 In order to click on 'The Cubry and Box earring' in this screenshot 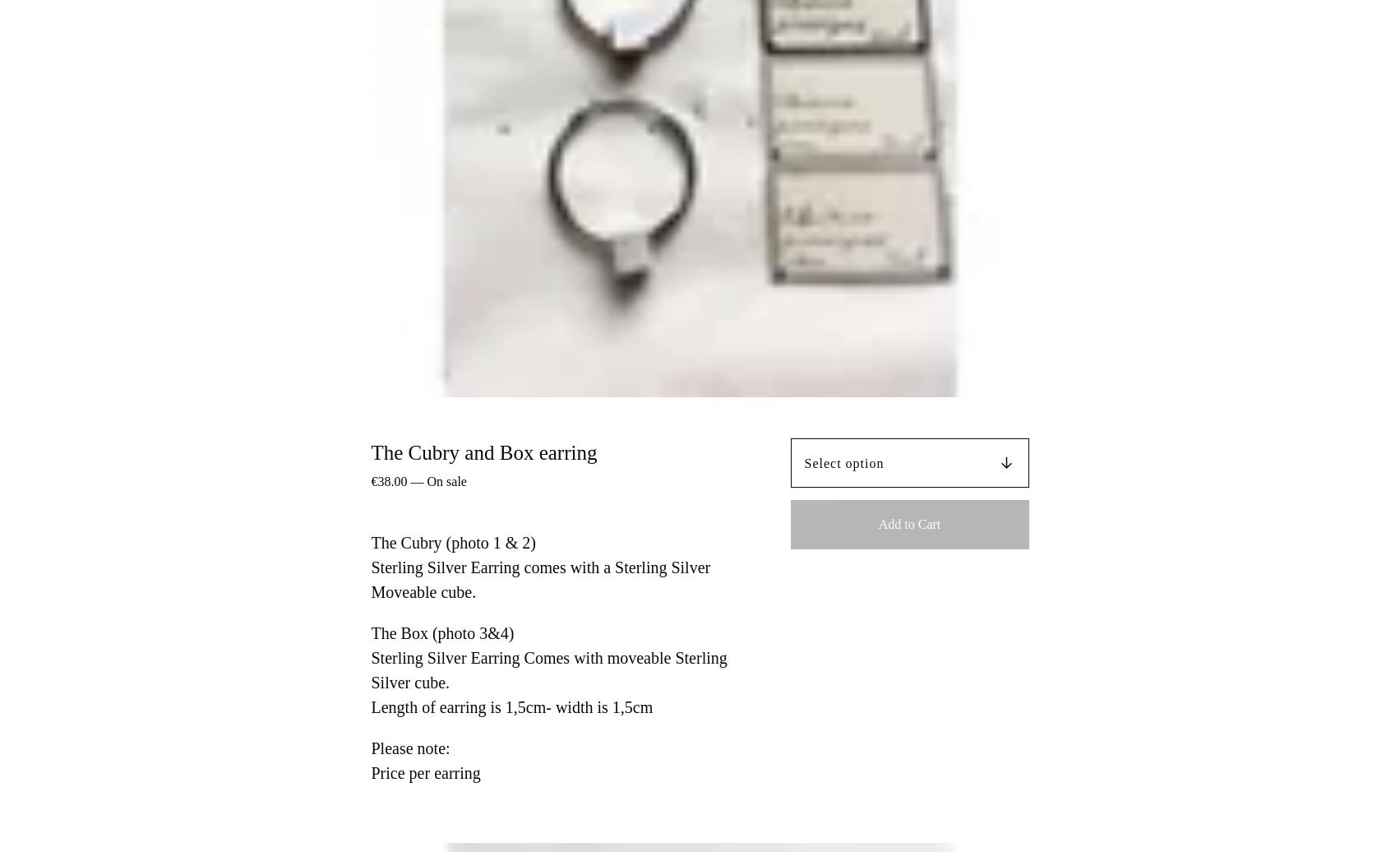, I will do `click(483, 451)`.